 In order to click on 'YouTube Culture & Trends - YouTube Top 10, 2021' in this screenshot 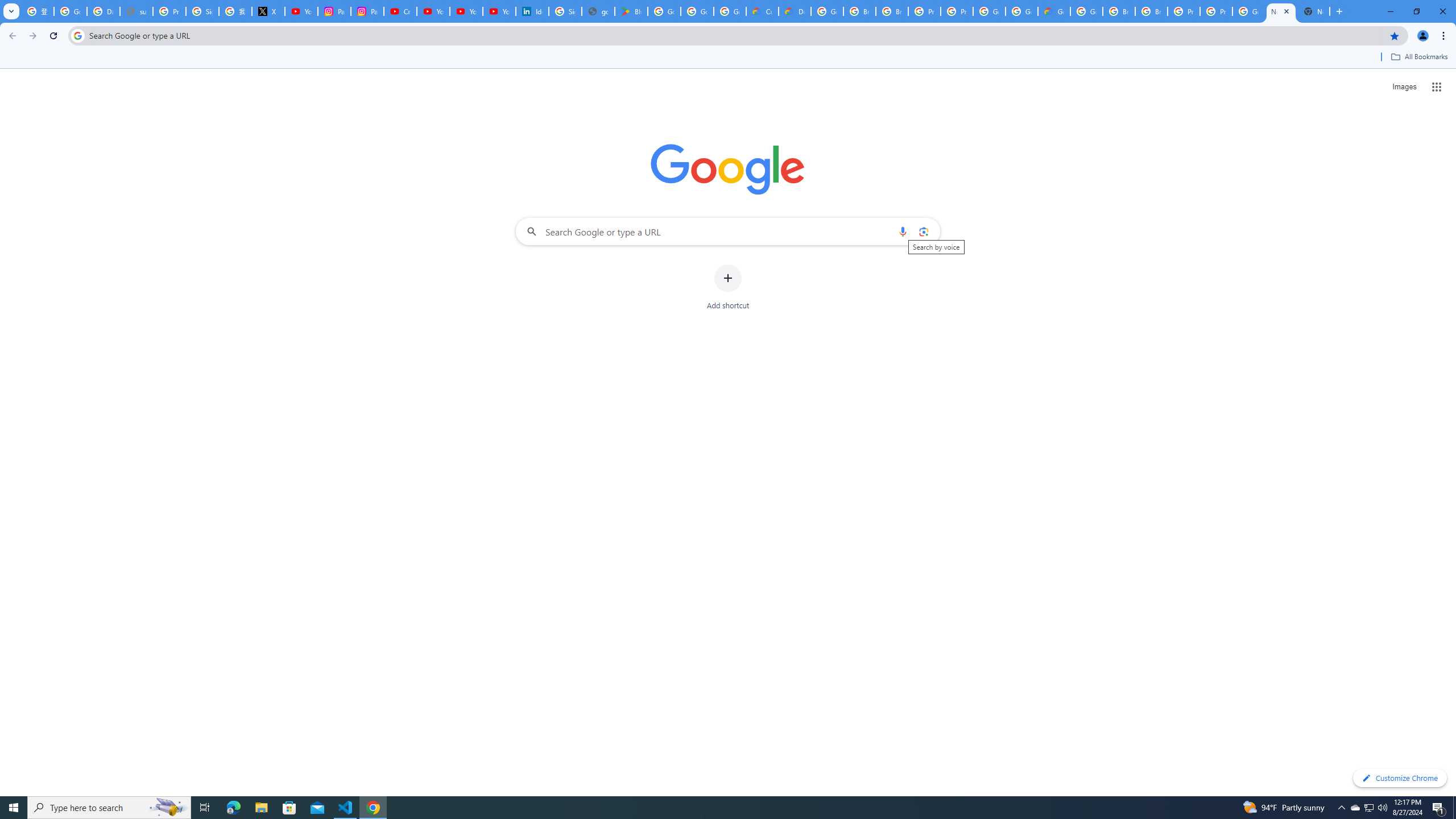, I will do `click(466, 11)`.